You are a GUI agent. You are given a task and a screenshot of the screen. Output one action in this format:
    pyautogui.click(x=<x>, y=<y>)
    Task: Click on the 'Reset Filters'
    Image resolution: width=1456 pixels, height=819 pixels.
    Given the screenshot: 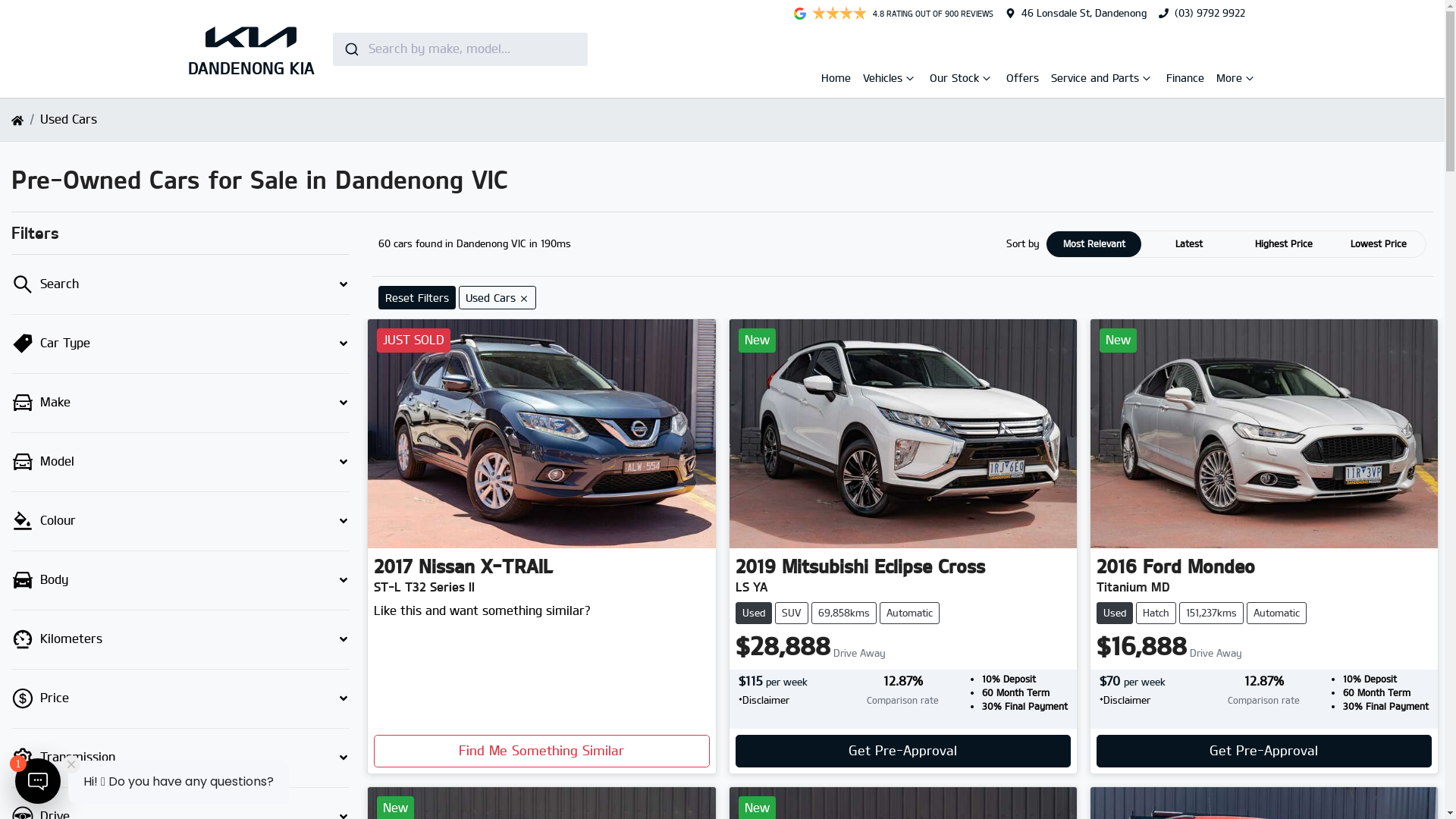 What is the action you would take?
    pyautogui.click(x=417, y=297)
    